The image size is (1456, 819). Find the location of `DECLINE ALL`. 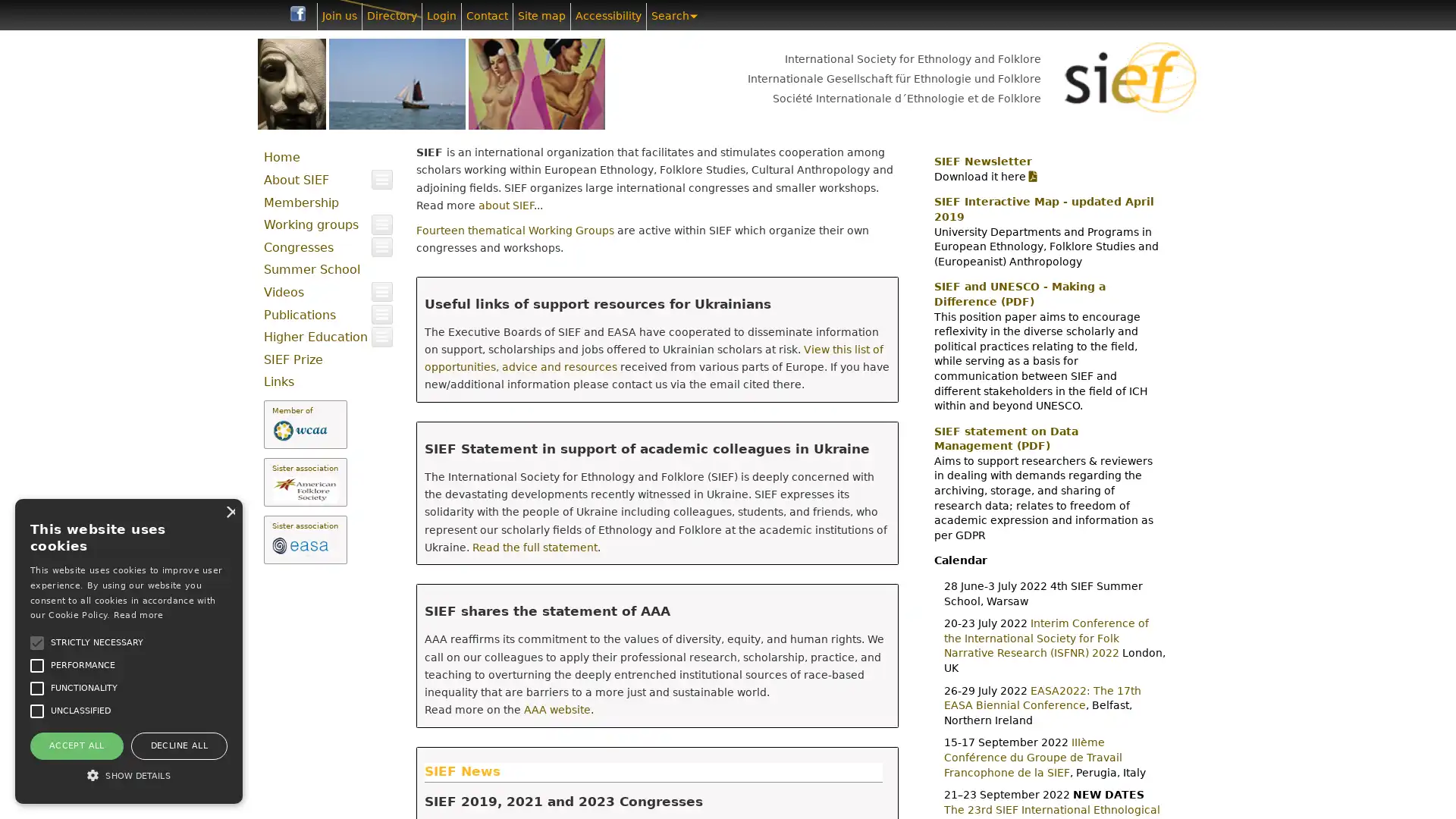

DECLINE ALL is located at coordinates (178, 745).